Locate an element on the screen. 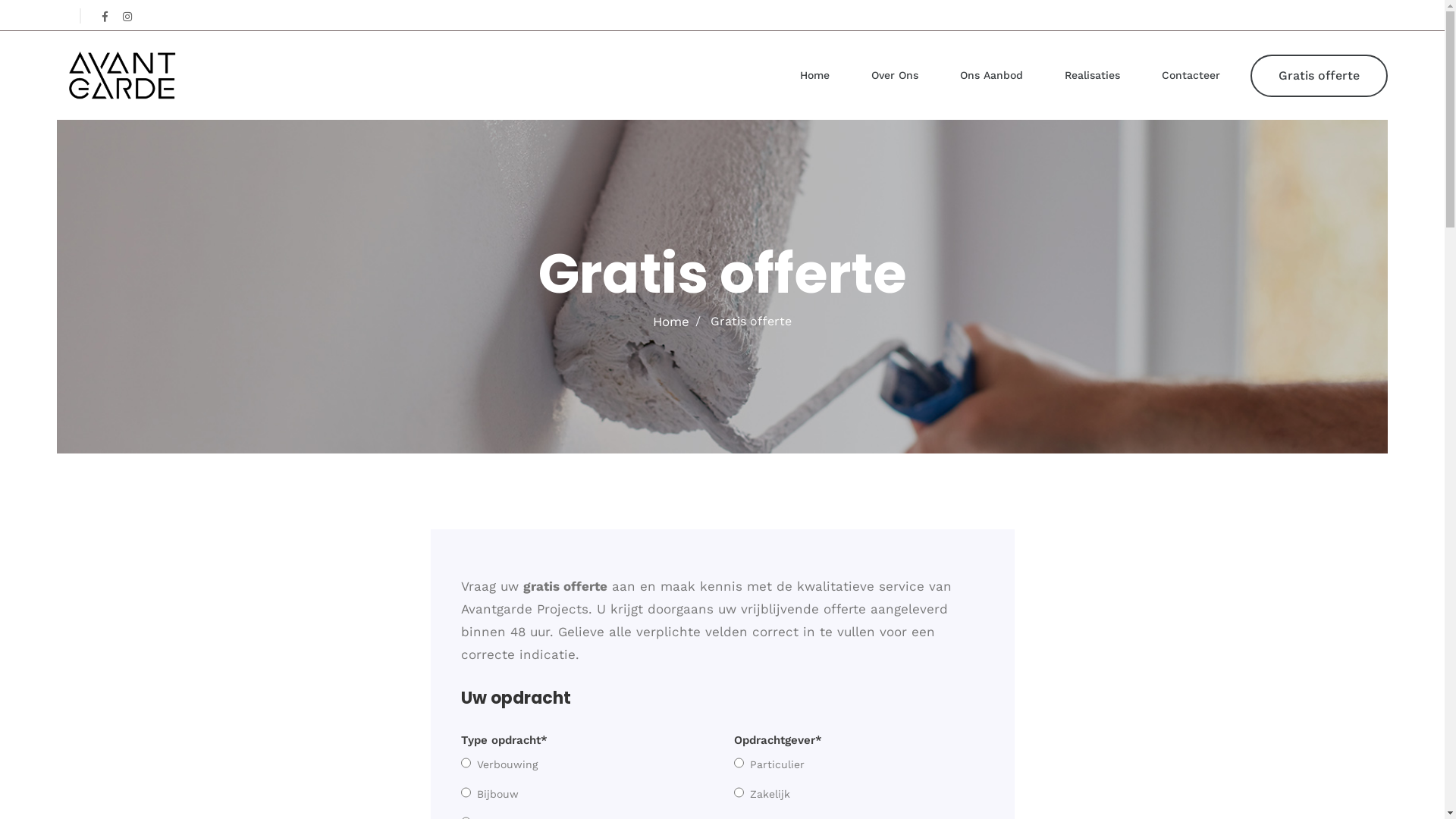 This screenshot has width=1456, height=819. 'Contacteer' is located at coordinates (1160, 75).